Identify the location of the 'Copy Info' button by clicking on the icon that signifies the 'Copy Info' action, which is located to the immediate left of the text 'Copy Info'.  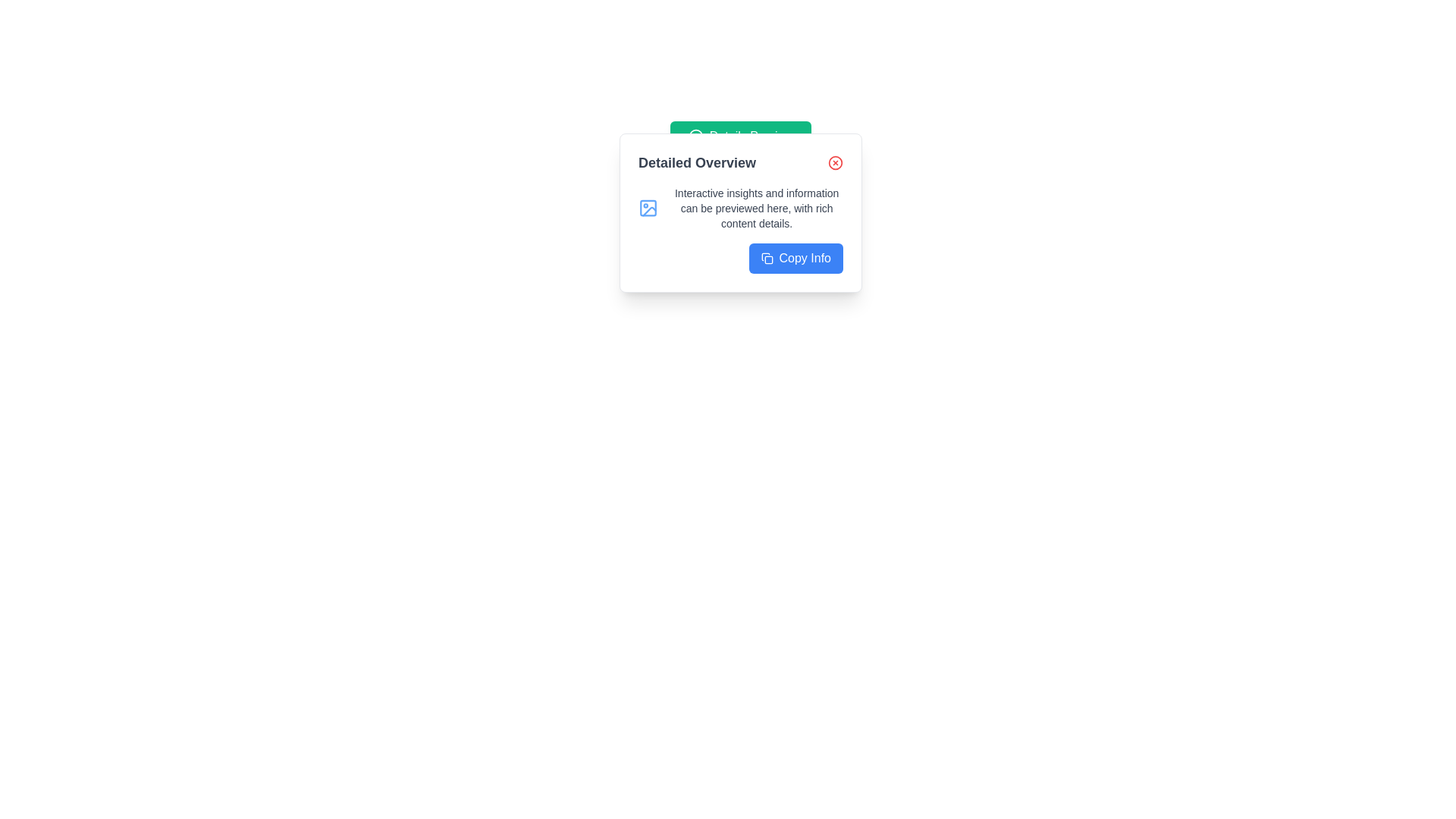
(767, 257).